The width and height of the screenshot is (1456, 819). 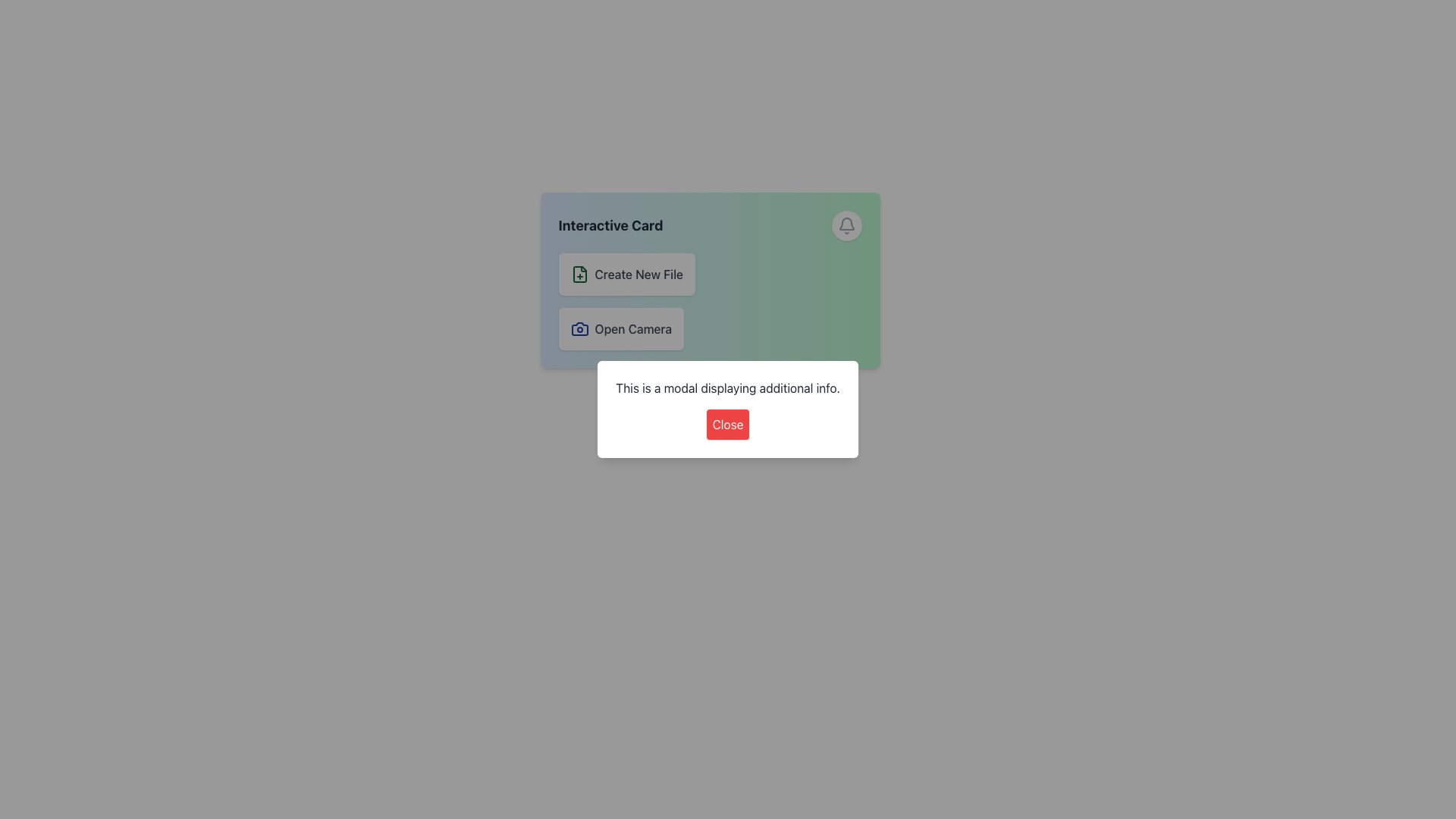 I want to click on the button located at the bottom of the modal dialog, so click(x=728, y=424).